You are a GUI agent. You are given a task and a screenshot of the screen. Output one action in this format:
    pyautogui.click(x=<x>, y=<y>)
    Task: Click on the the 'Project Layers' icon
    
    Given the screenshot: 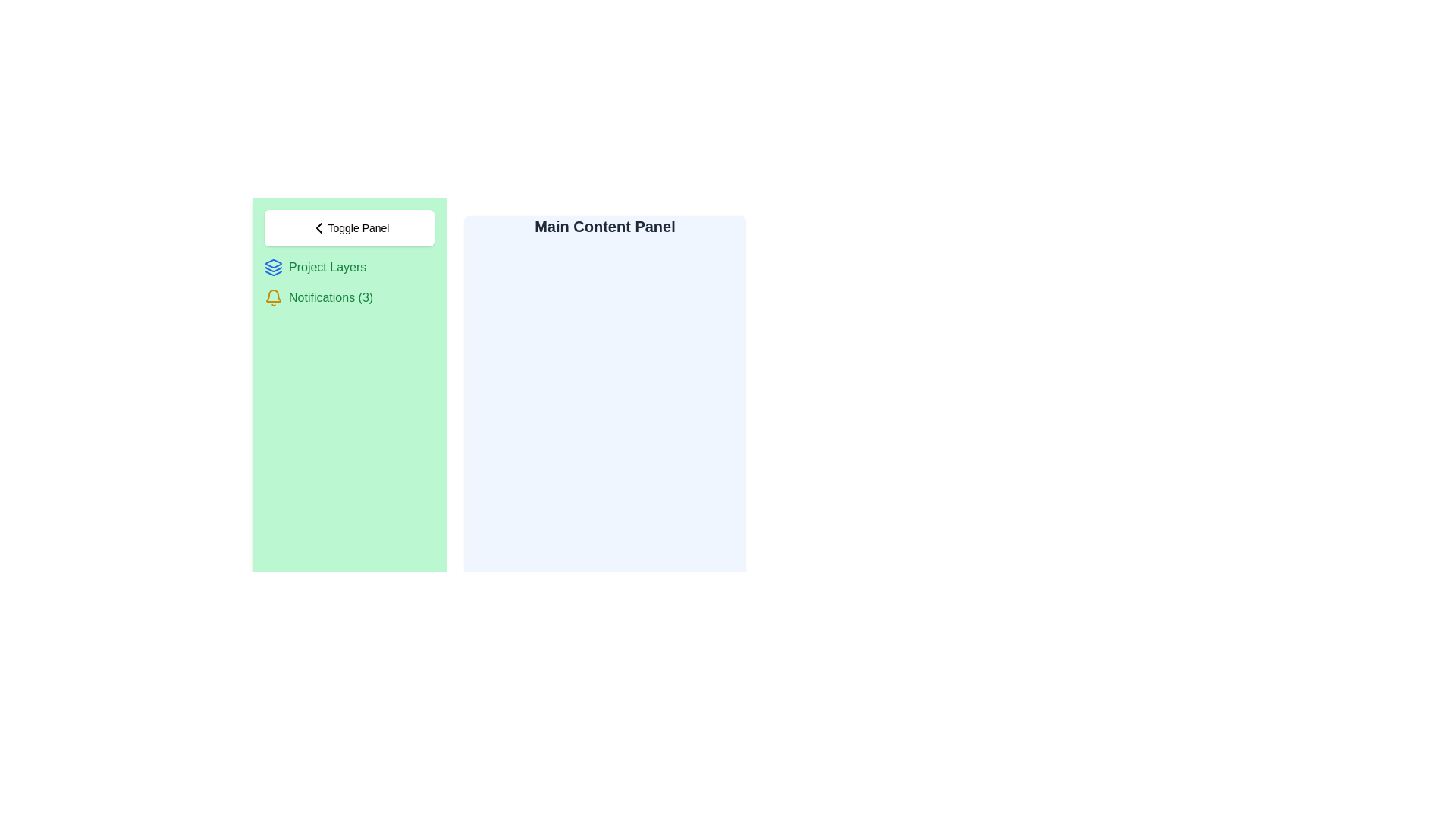 What is the action you would take?
    pyautogui.click(x=273, y=267)
    